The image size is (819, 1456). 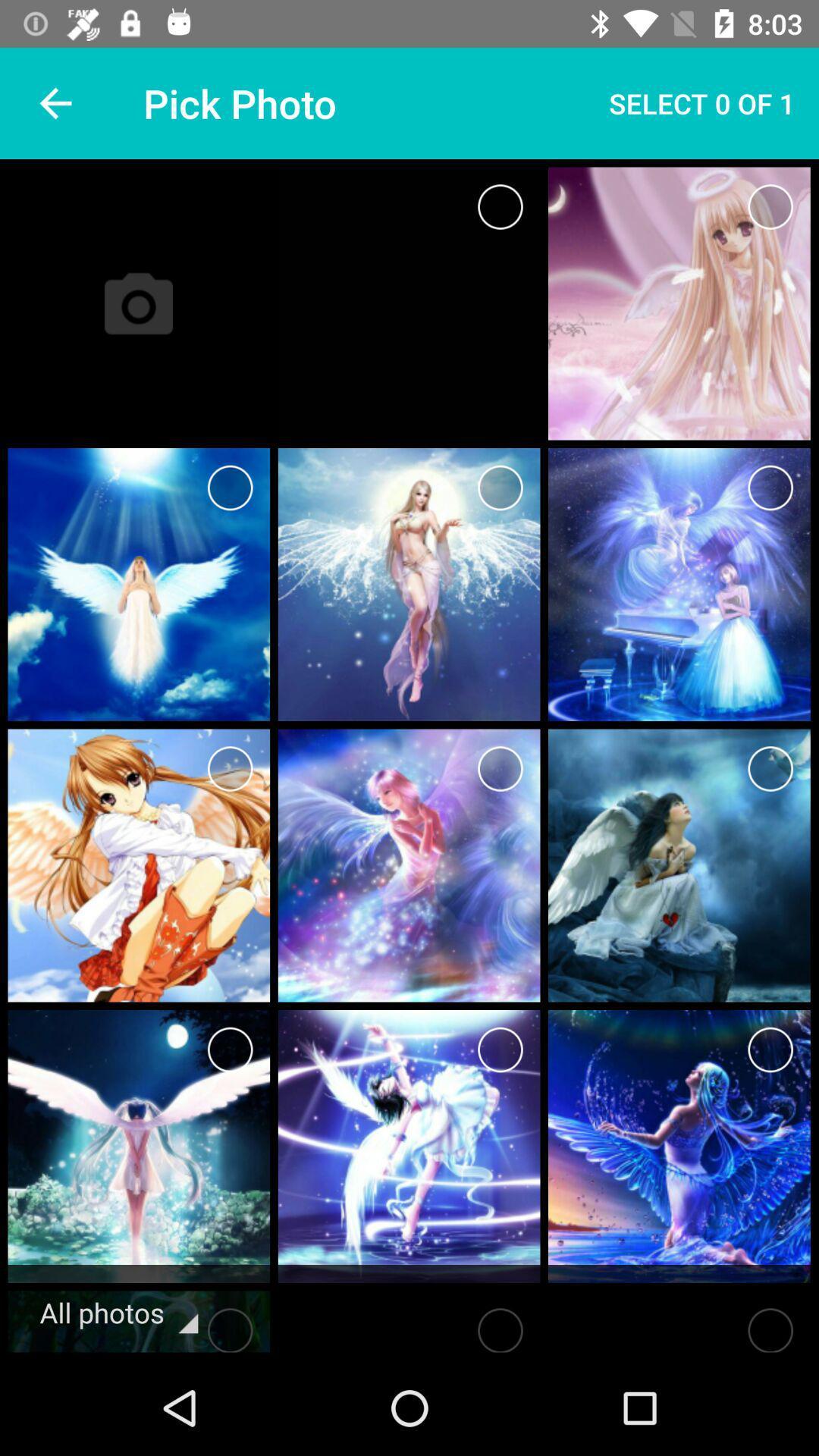 What do you see at coordinates (230, 488) in the screenshot?
I see `choose image` at bounding box center [230, 488].